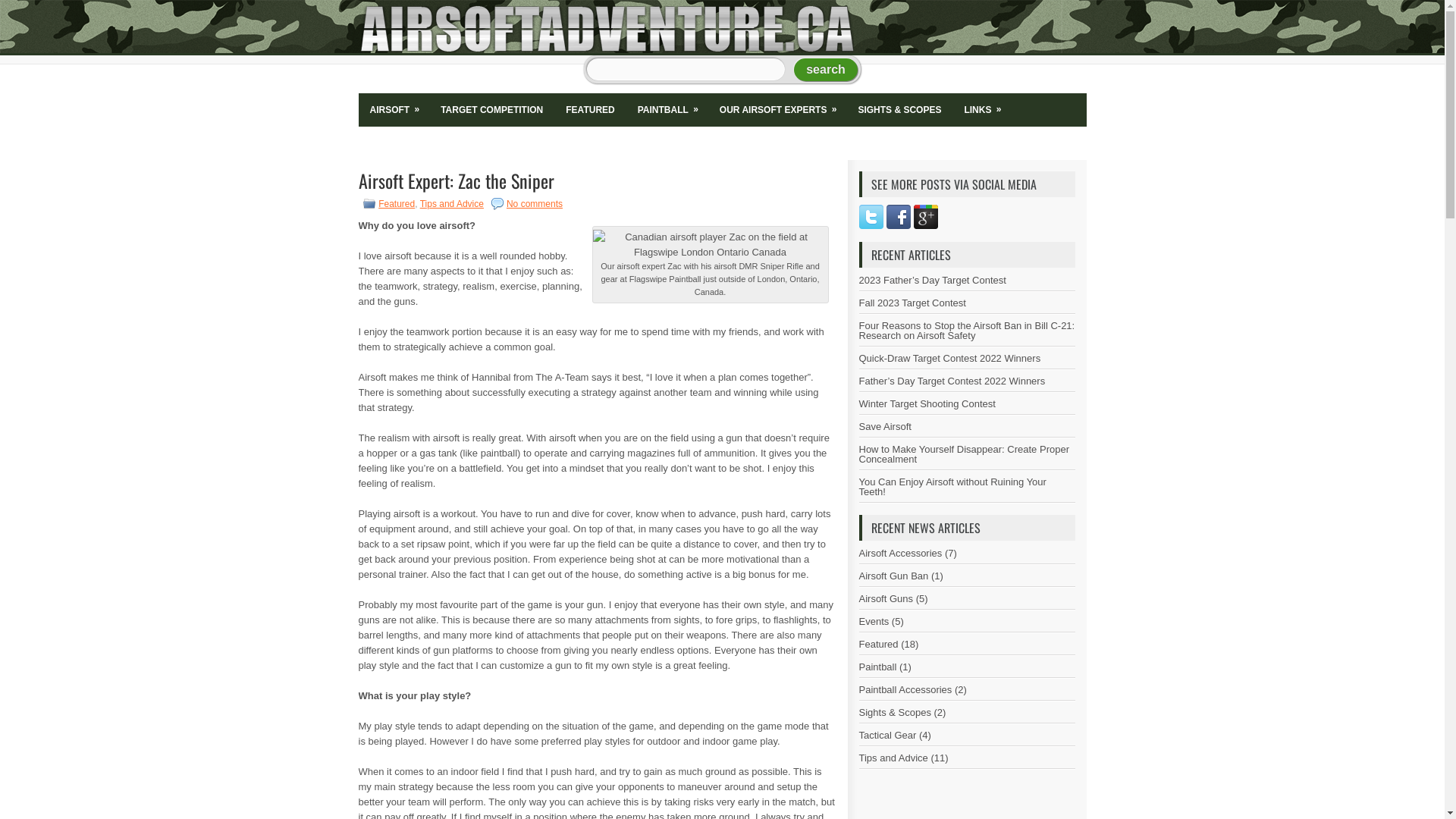 Image resolution: width=1456 pixels, height=819 pixels. What do you see at coordinates (894, 712) in the screenshot?
I see `'Sights & Scopes'` at bounding box center [894, 712].